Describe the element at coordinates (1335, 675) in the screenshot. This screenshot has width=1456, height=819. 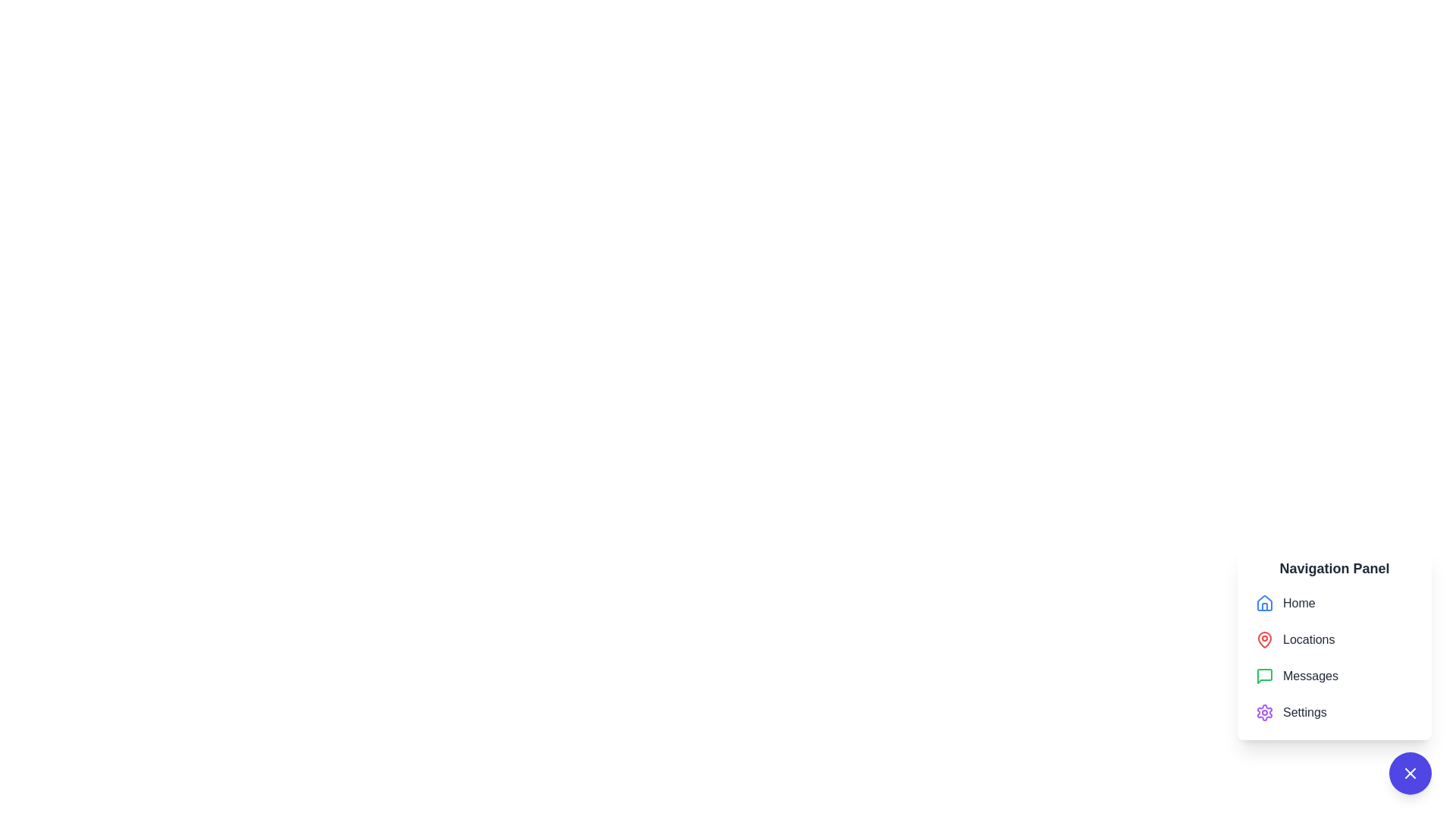
I see `the 'Messages' button located in the vertical navigation menu, positioned between 'Locations' and 'Settings'` at that location.